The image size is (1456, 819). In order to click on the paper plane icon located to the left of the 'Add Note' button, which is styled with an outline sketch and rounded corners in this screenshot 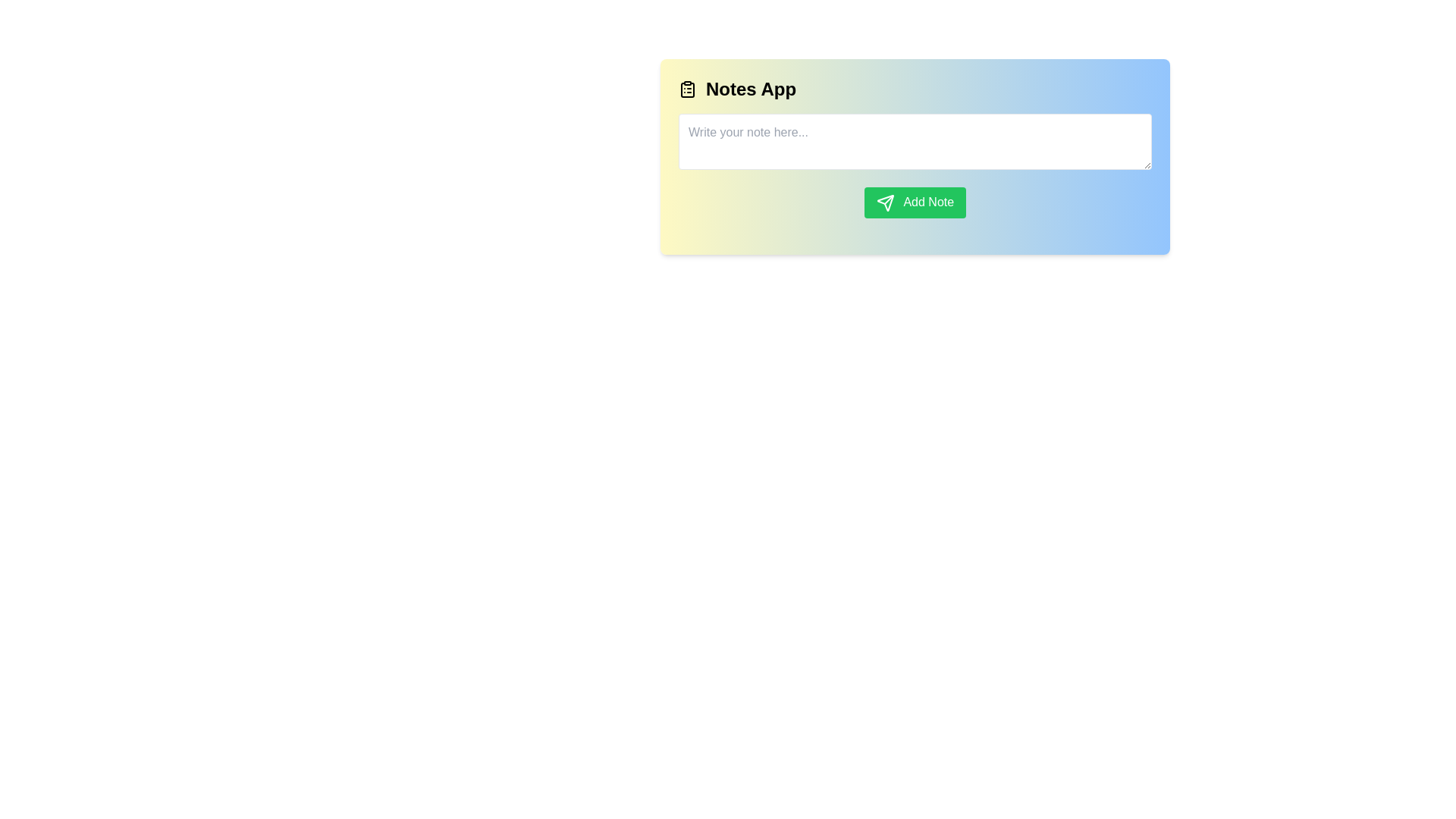, I will do `click(885, 202)`.